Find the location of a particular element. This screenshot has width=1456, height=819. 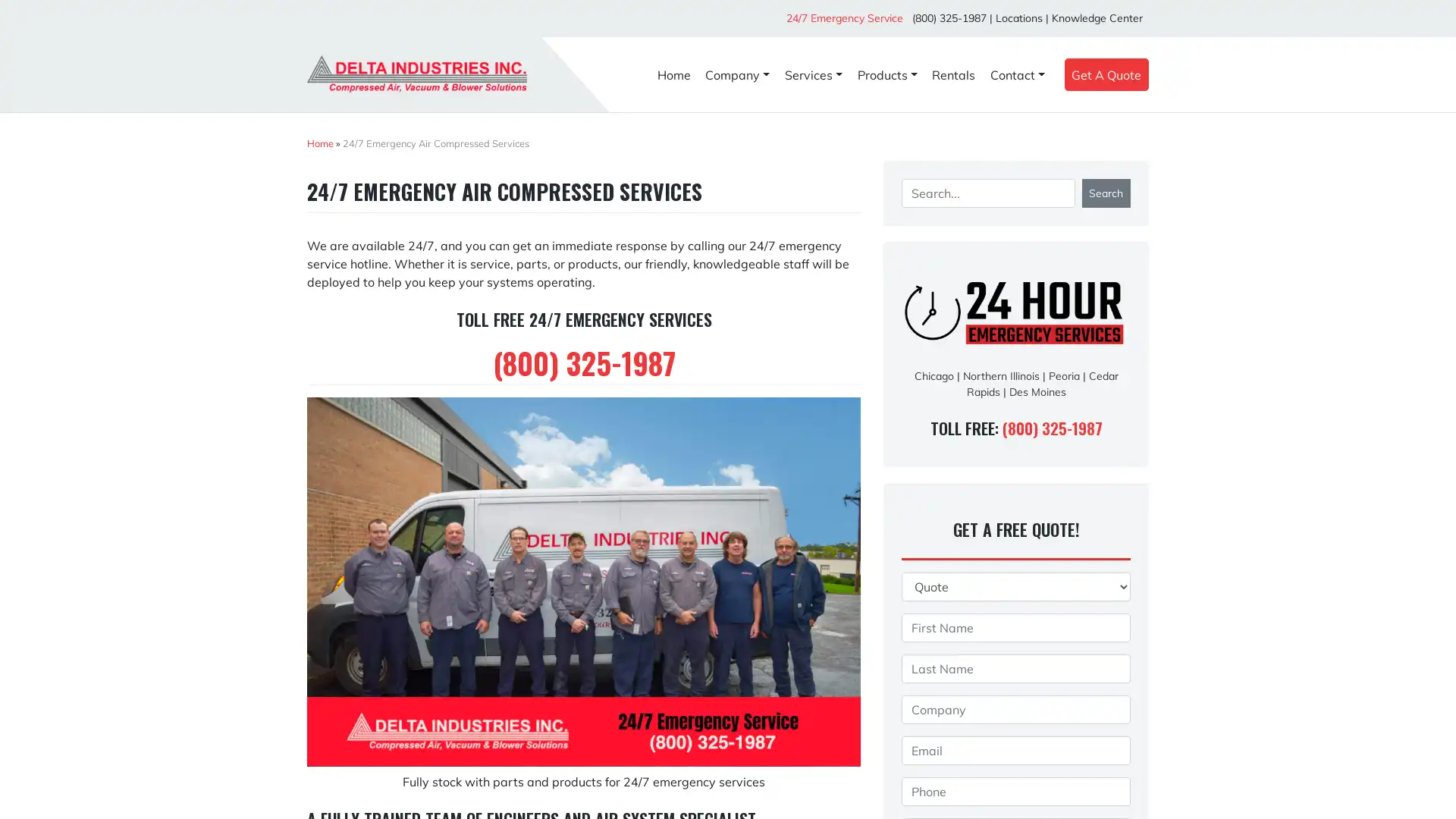

Search is located at coordinates (1106, 192).